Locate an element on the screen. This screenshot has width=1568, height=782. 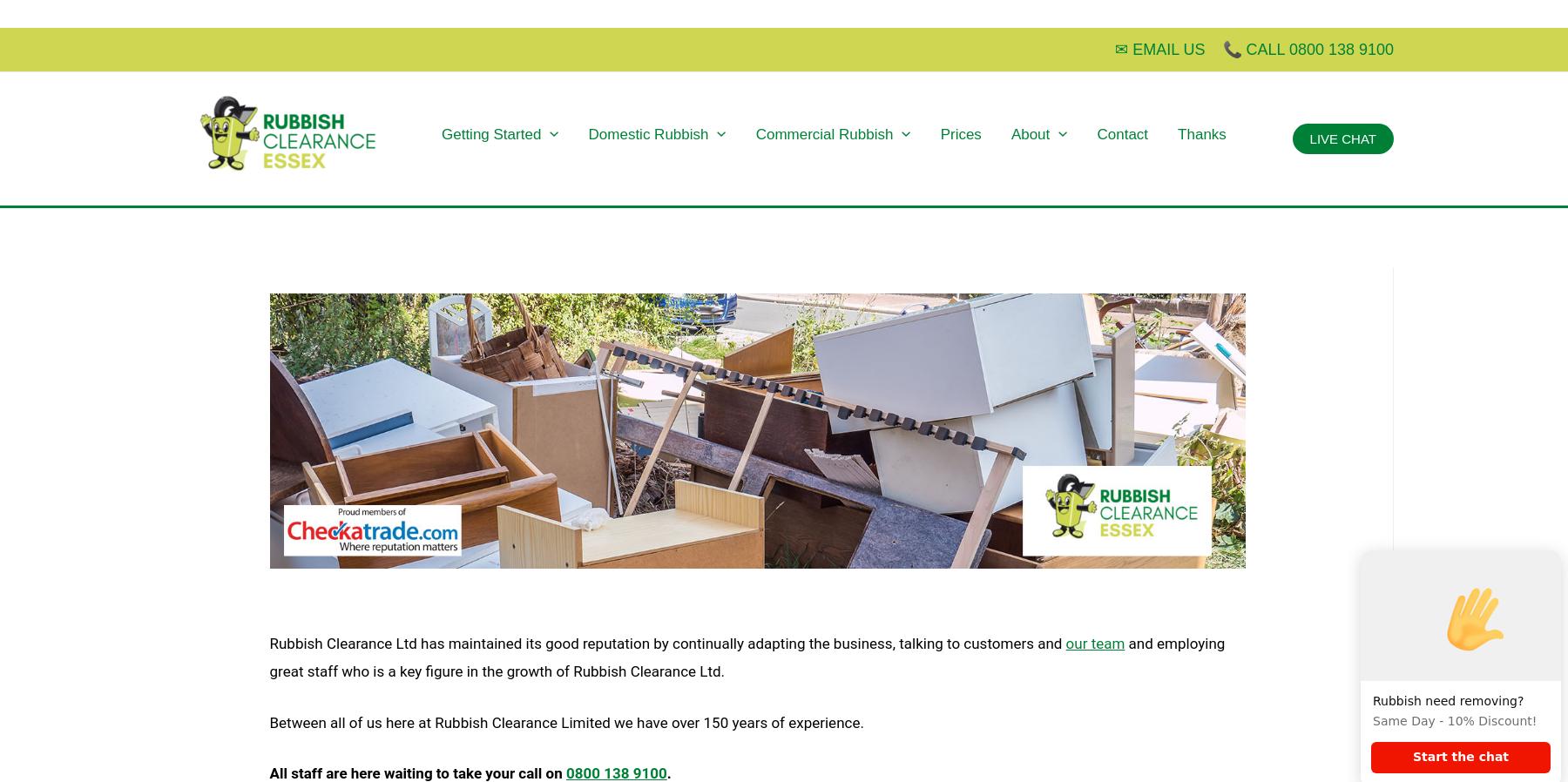
'Prices' is located at coordinates (960, 132).